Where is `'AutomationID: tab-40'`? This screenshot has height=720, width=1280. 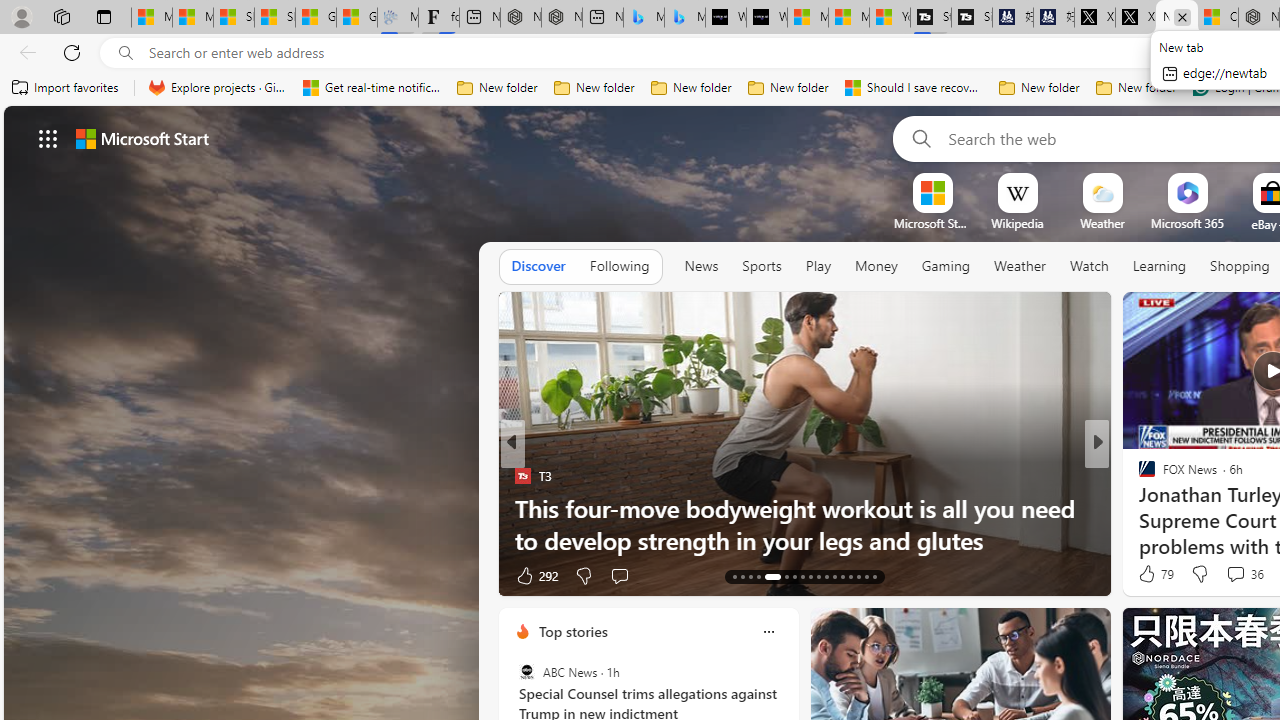
'AutomationID: tab-40' is located at coordinates (874, 577).